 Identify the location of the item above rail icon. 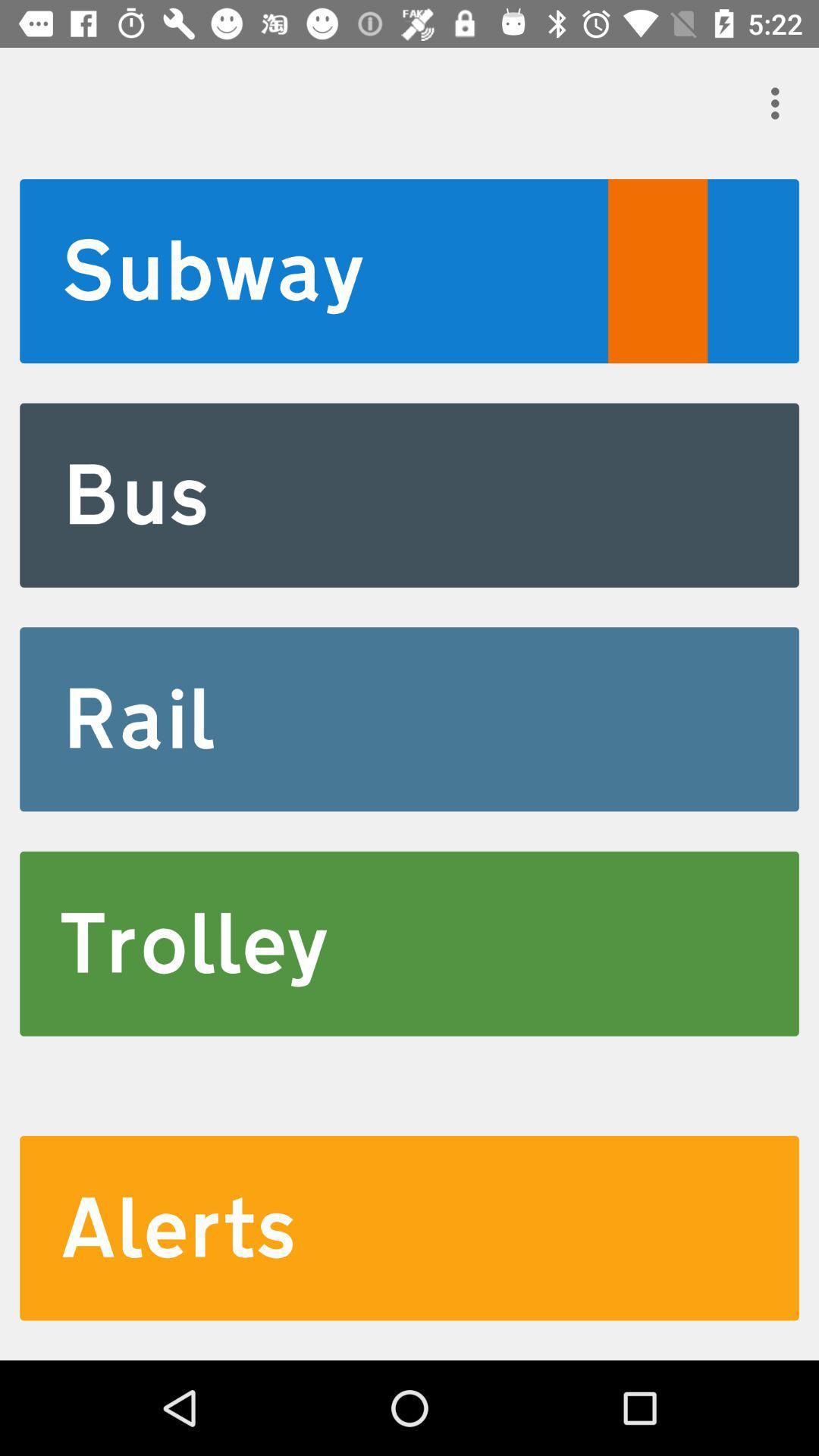
(409, 495).